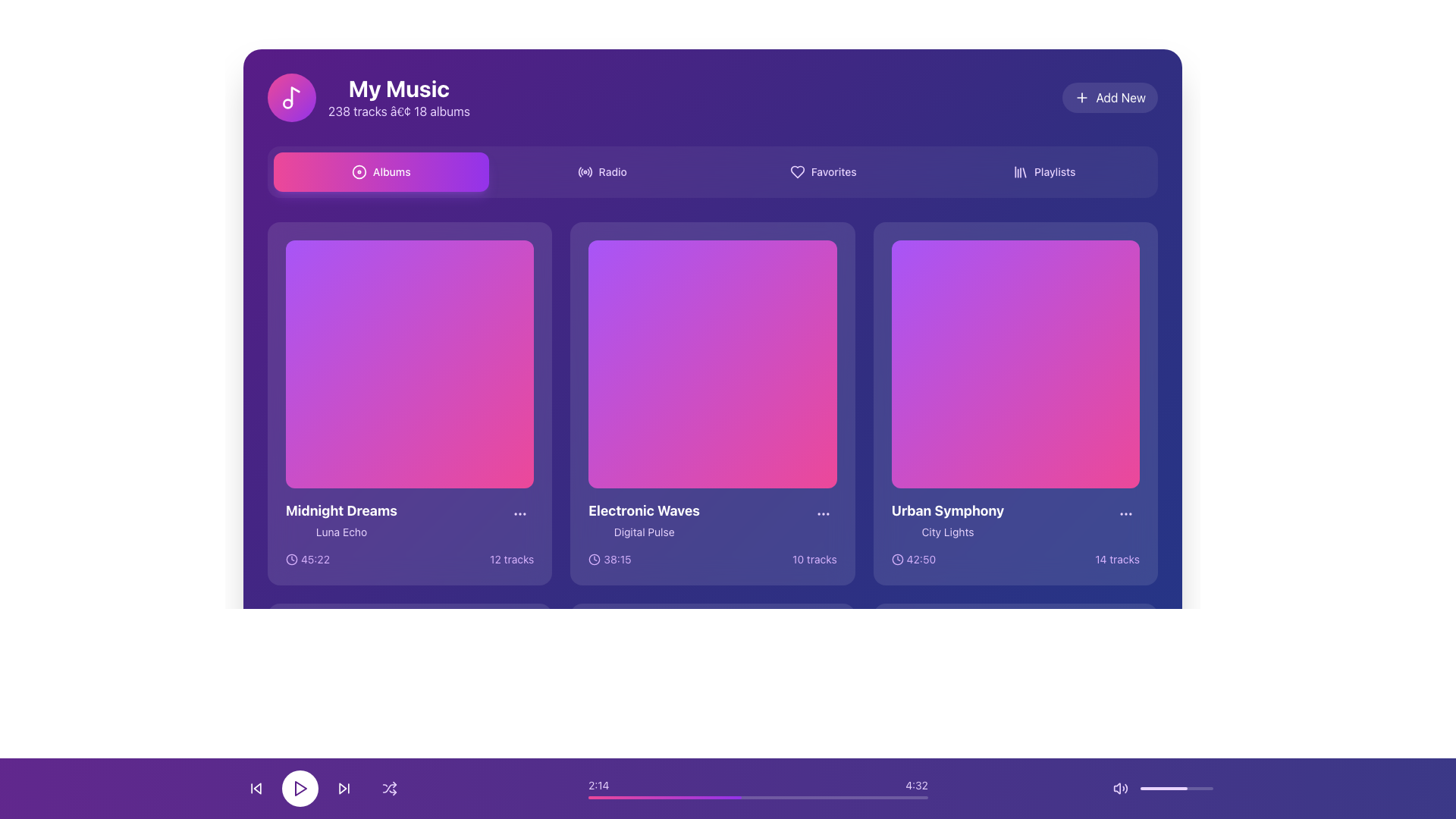  What do you see at coordinates (1180, 788) in the screenshot?
I see `the volume` at bounding box center [1180, 788].